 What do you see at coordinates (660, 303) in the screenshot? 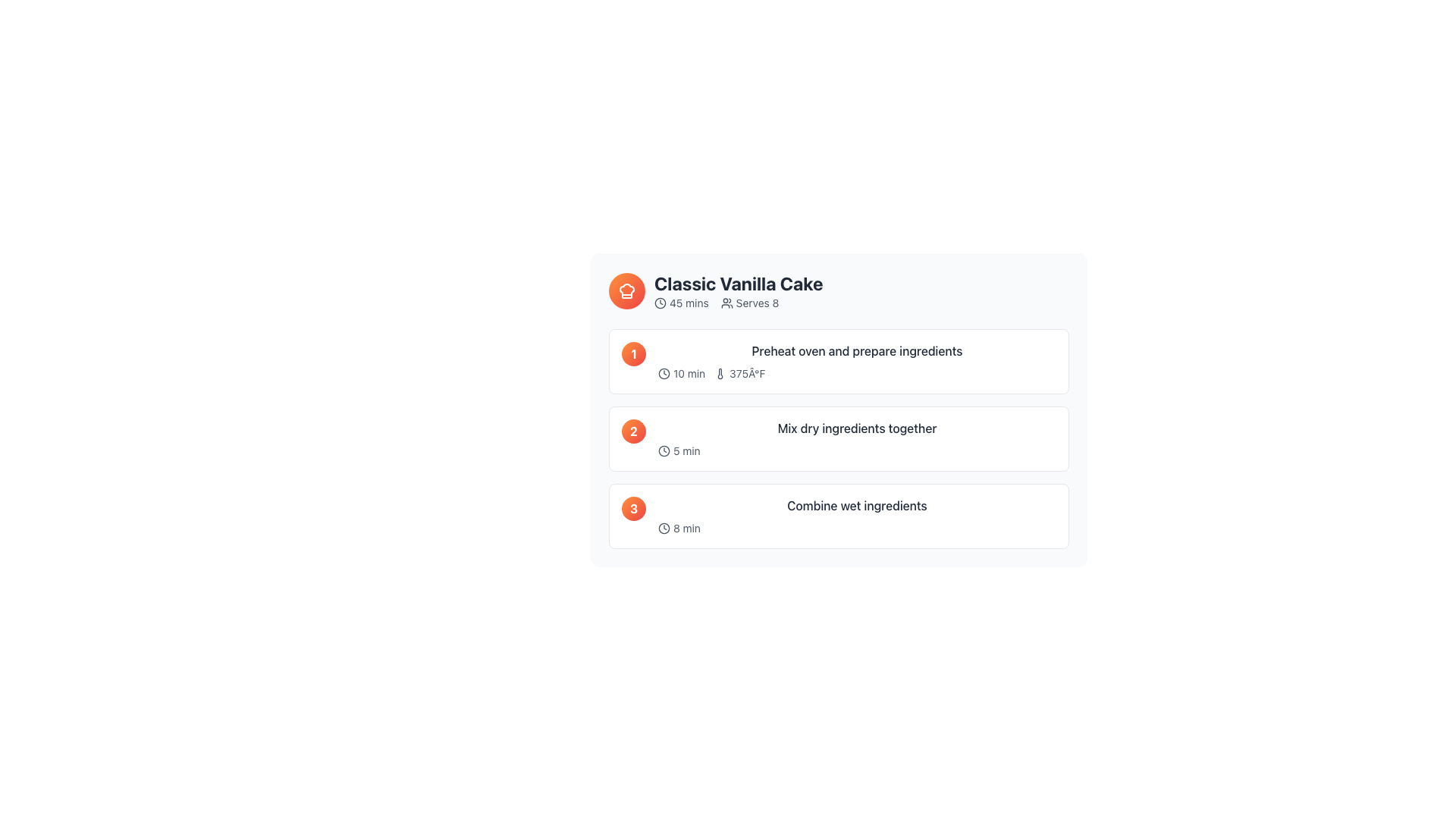
I see `the decorative SVG Circle located next to the '10 min' text in the first step of the 'Classic Vanilla Cake' recipe instructions` at bounding box center [660, 303].